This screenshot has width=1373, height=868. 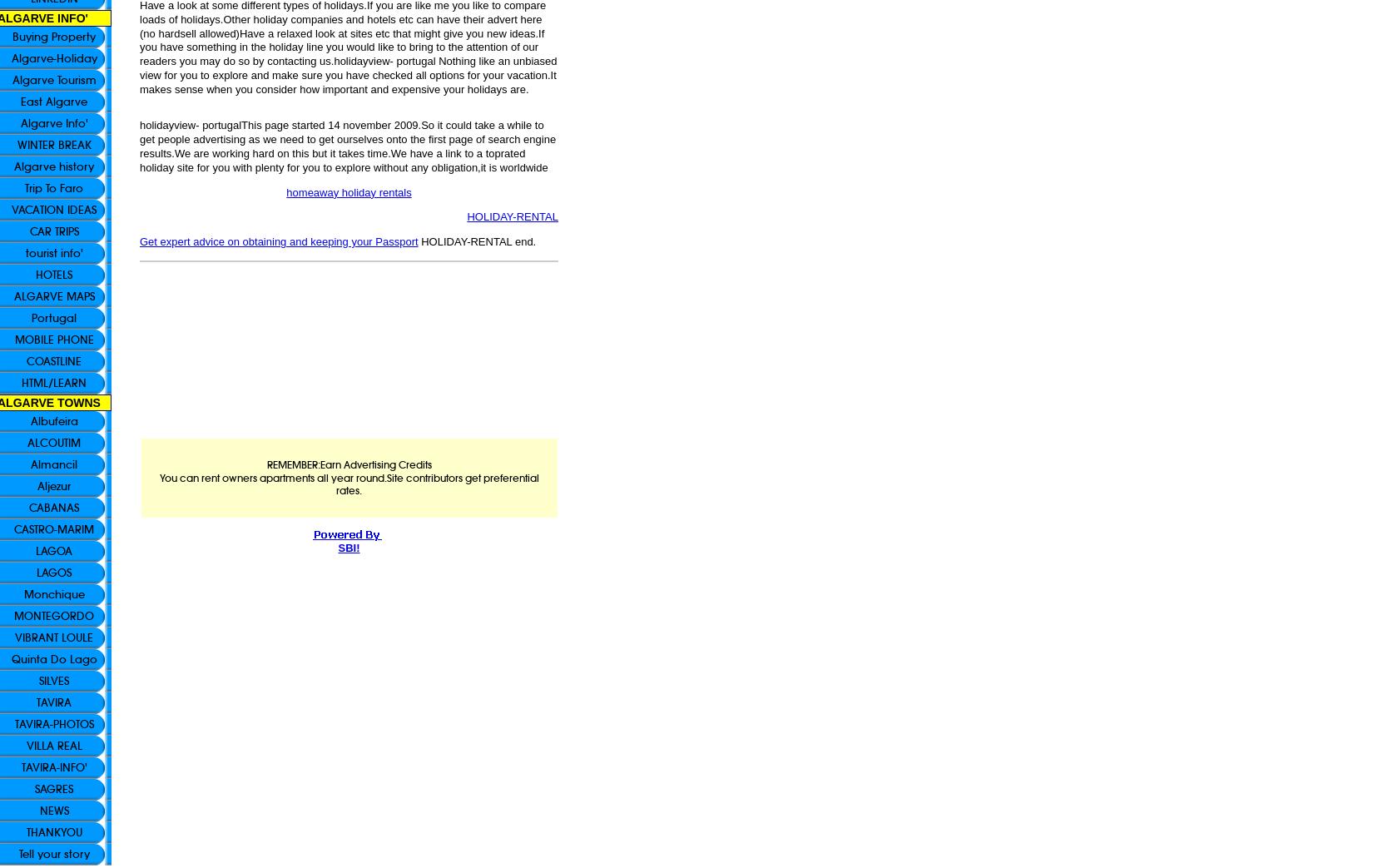 I want to click on 'Aljezur', so click(x=54, y=485).